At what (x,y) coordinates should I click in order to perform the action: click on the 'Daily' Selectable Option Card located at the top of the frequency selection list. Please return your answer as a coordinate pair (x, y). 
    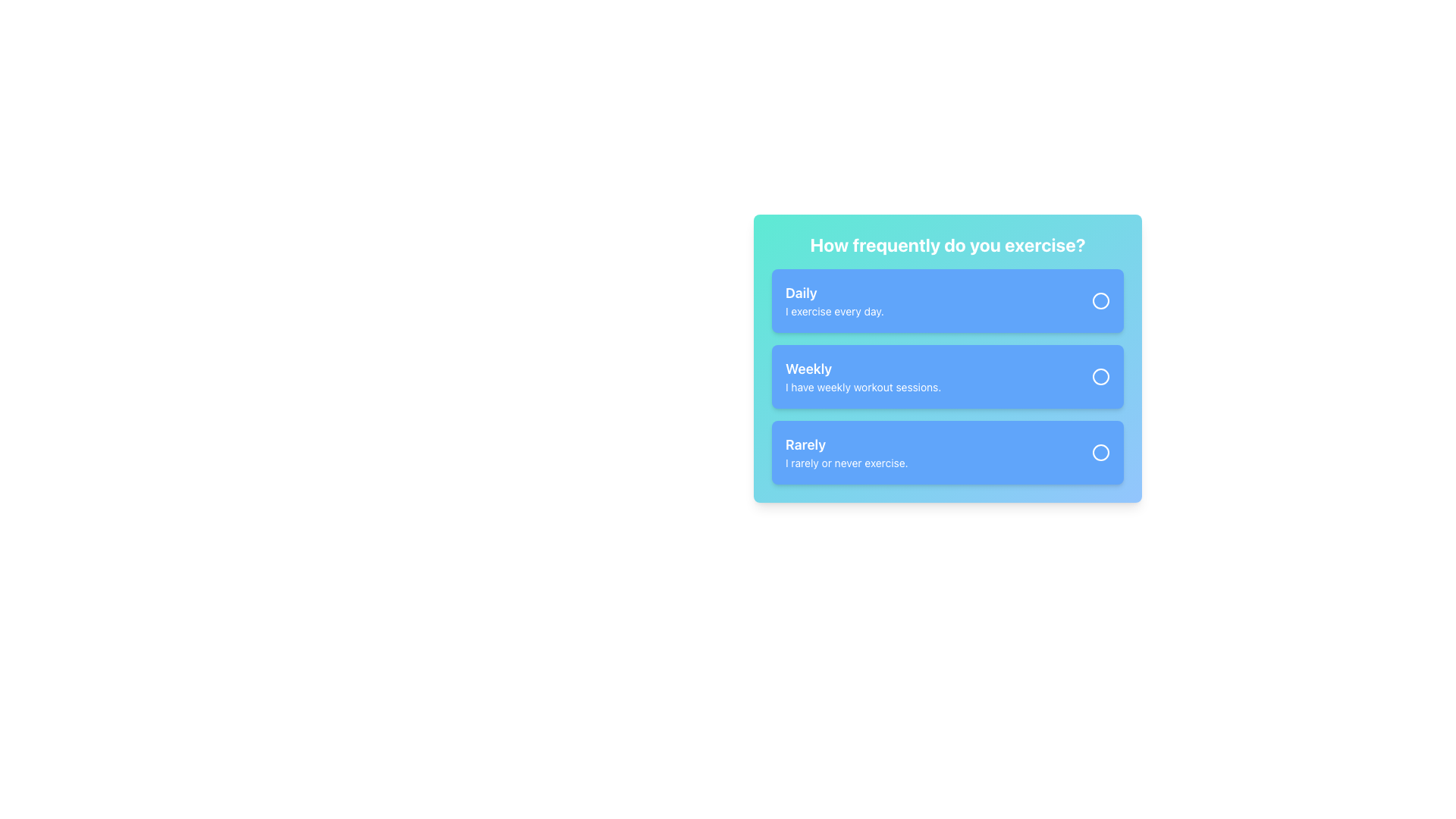
    Looking at the image, I should click on (946, 301).